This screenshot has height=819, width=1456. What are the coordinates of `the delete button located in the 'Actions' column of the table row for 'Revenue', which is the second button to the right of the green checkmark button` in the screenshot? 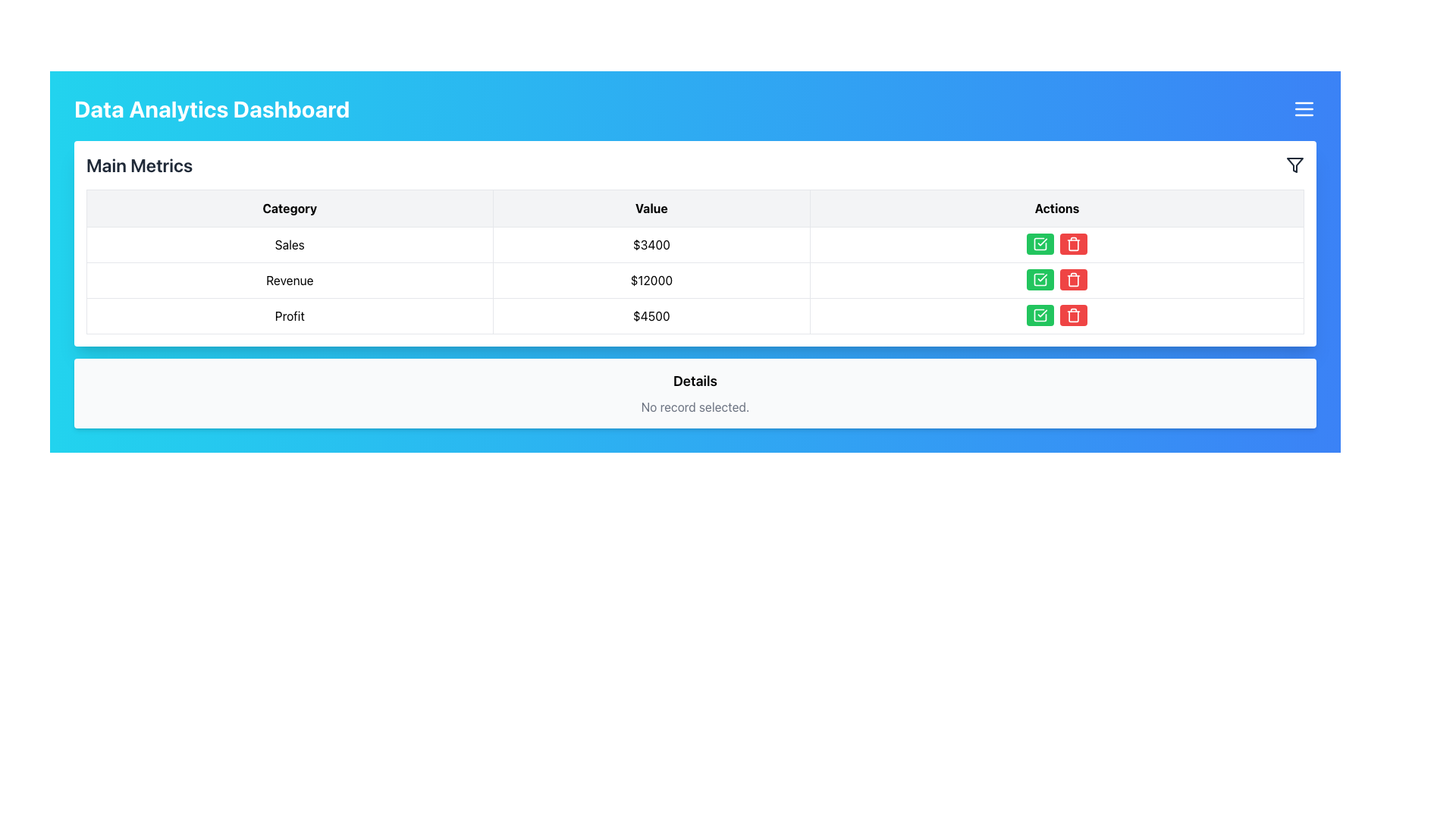 It's located at (1073, 280).